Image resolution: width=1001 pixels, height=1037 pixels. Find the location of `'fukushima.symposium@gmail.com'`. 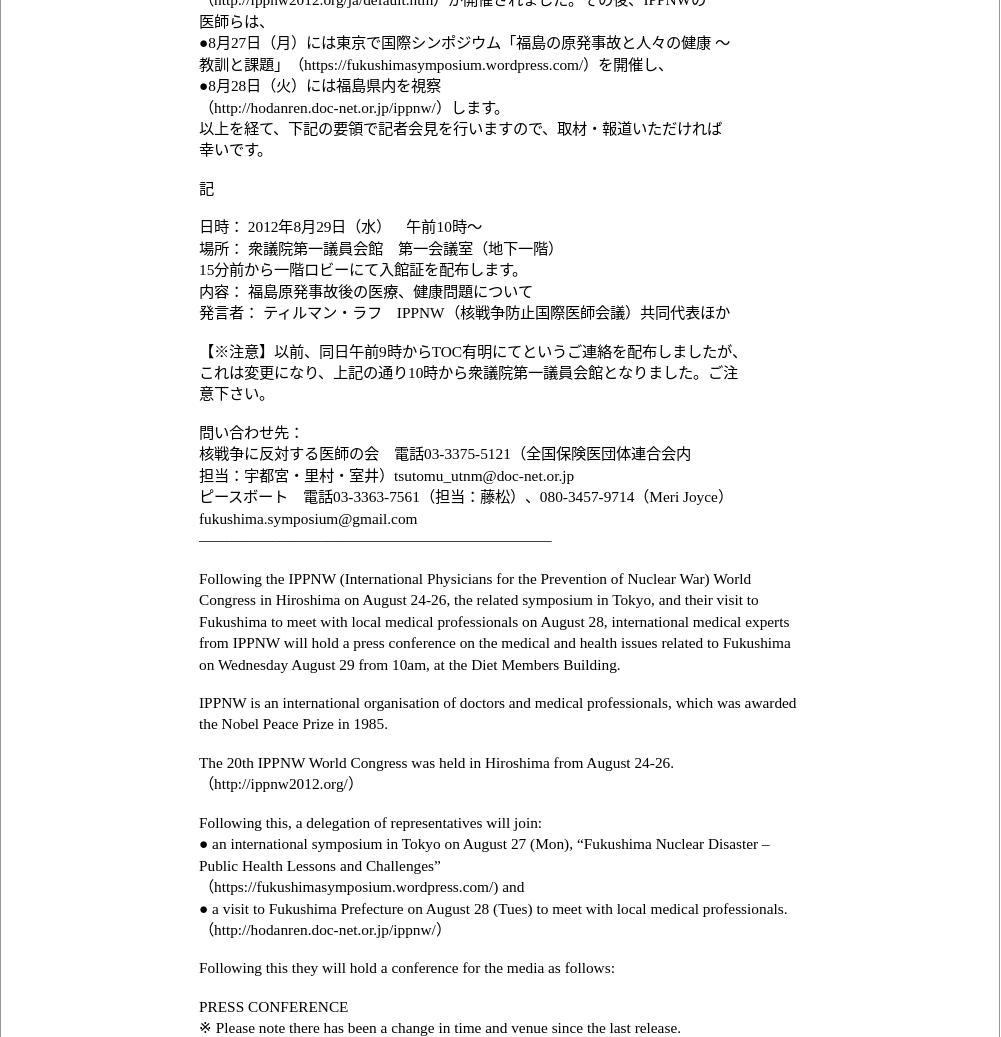

'fukushima.symposium@gmail.com' is located at coordinates (308, 516).